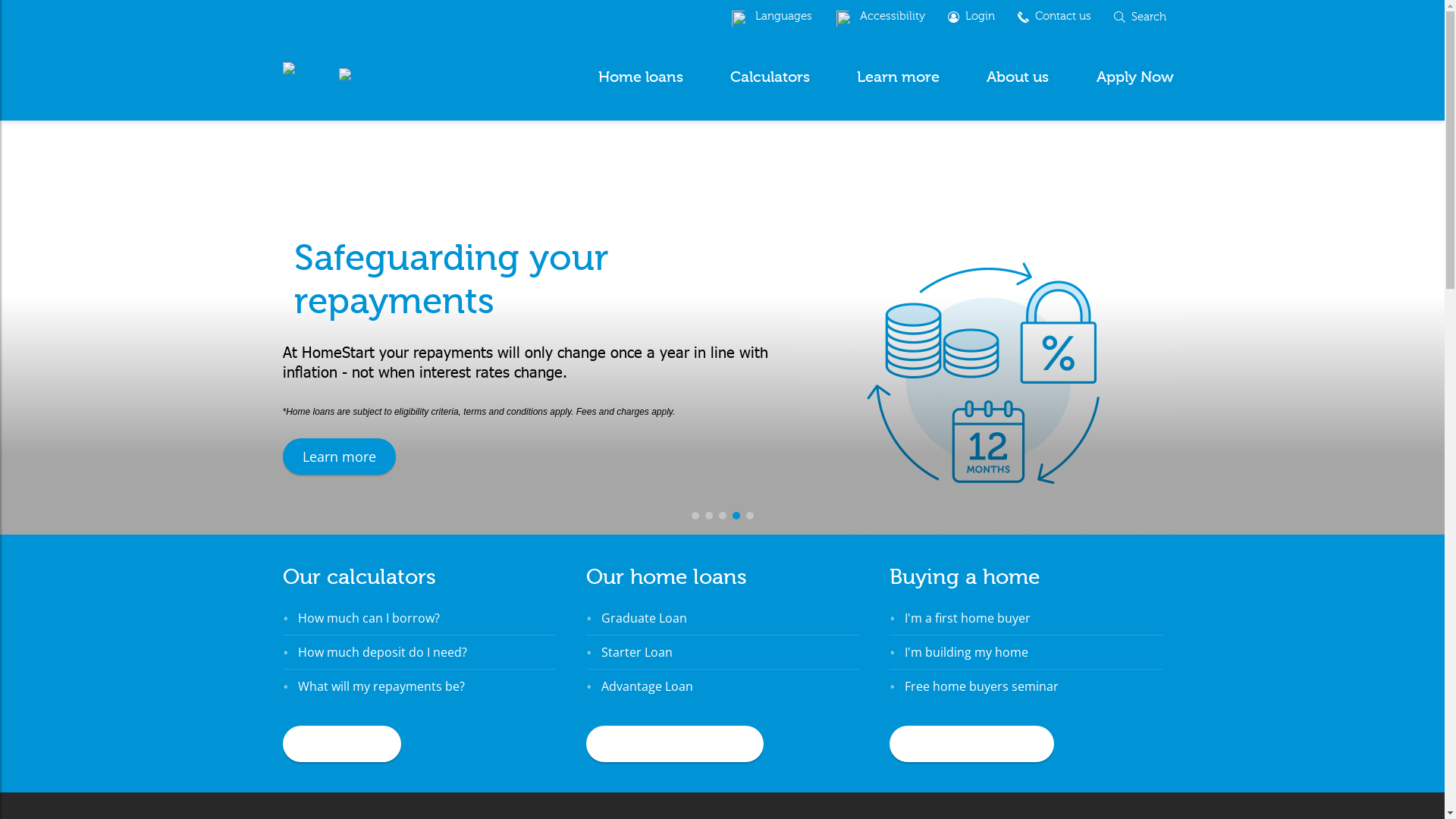 Image resolution: width=1456 pixels, height=819 pixels. Describe the element at coordinates (694, 514) in the screenshot. I see `'1'` at that location.